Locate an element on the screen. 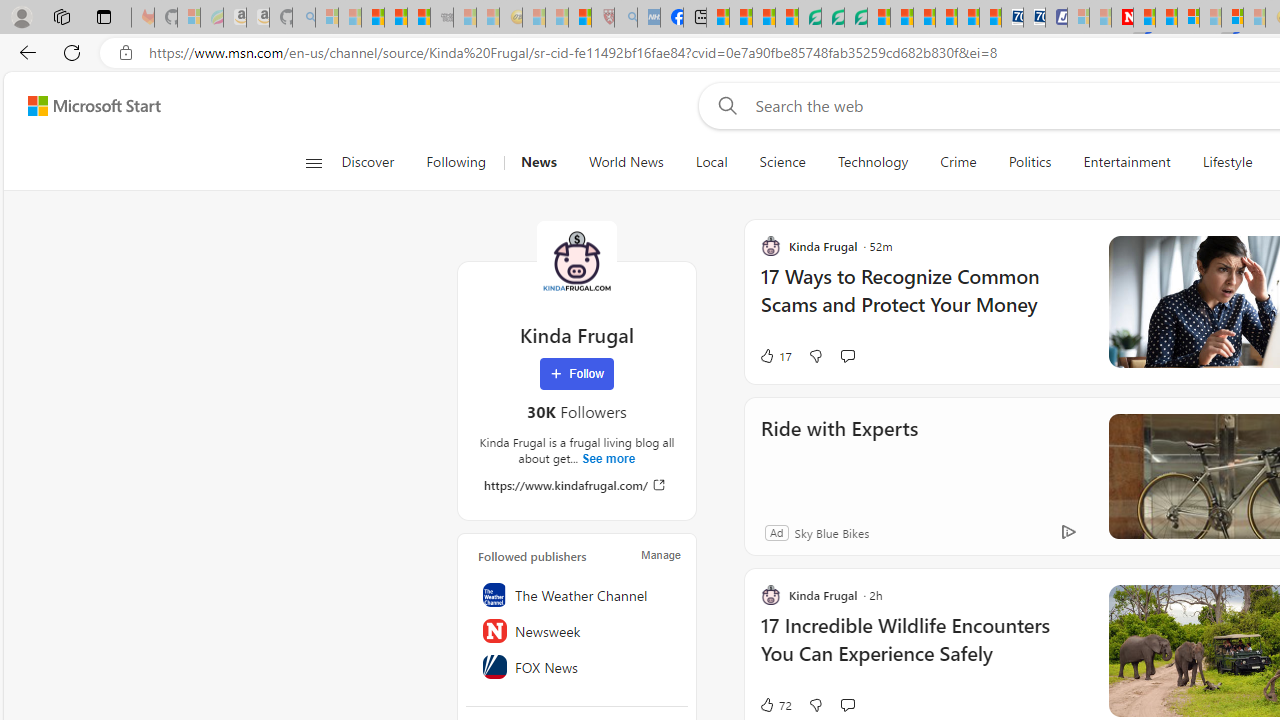  'World News' is located at coordinates (624, 162).